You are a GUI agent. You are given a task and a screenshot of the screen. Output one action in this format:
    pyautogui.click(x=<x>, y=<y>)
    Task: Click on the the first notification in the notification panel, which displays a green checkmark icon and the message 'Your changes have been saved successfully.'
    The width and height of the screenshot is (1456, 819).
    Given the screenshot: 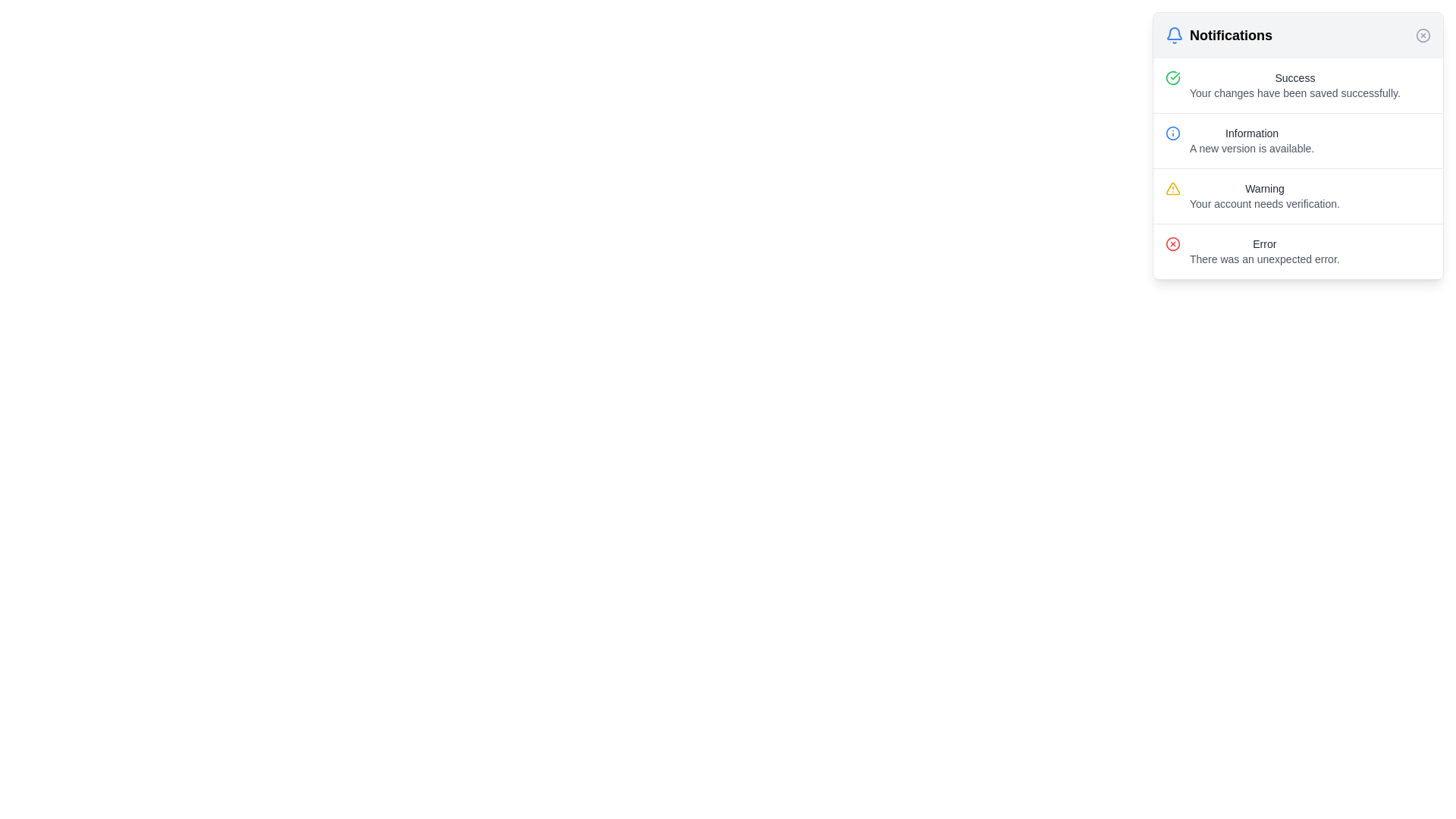 What is the action you would take?
    pyautogui.click(x=1298, y=85)
    